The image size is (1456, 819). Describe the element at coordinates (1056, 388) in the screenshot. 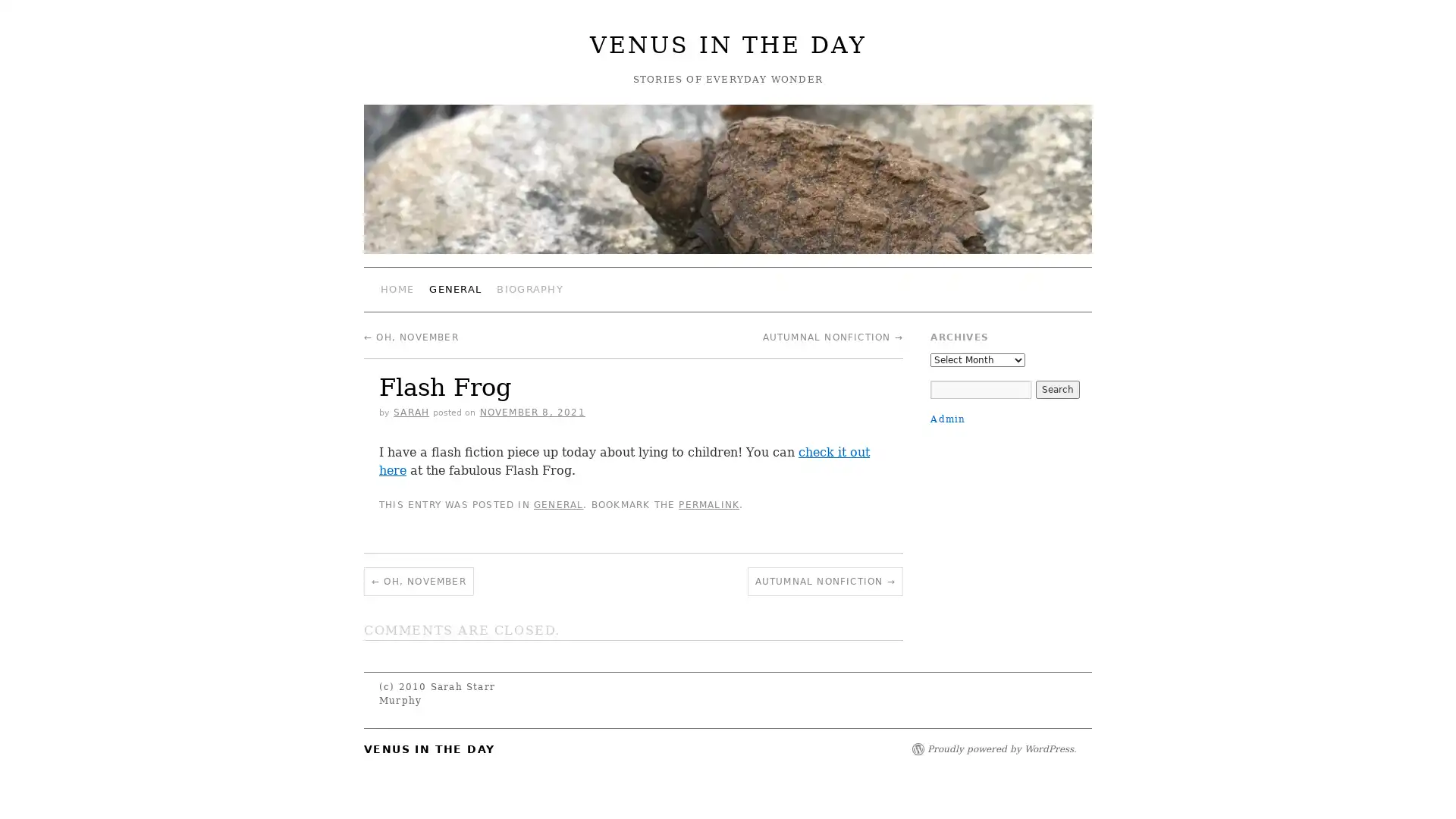

I see `Search` at that location.